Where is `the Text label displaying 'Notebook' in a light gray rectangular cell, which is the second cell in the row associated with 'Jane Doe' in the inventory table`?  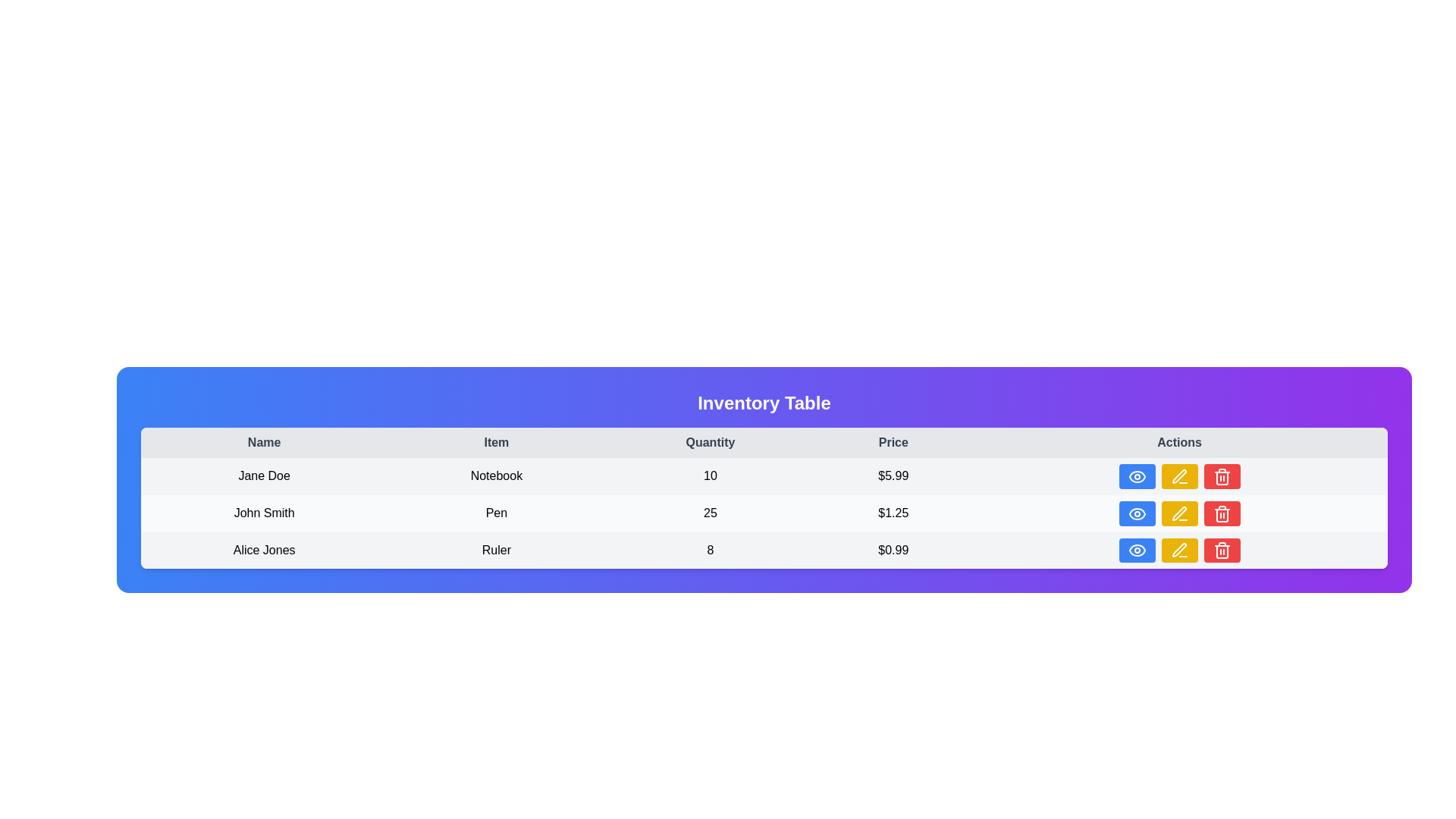 the Text label displaying 'Notebook' in a light gray rectangular cell, which is the second cell in the row associated with 'Jane Doe' in the inventory table is located at coordinates (496, 475).